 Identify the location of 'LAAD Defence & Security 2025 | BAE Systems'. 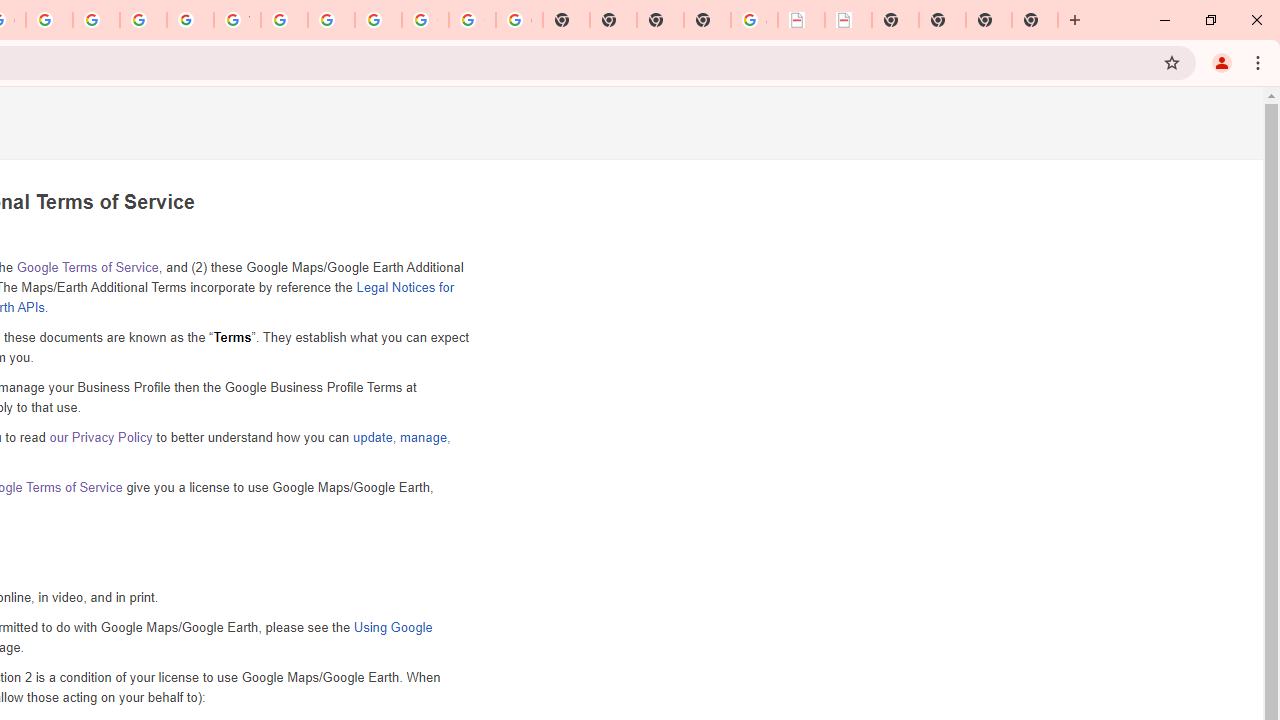
(801, 20).